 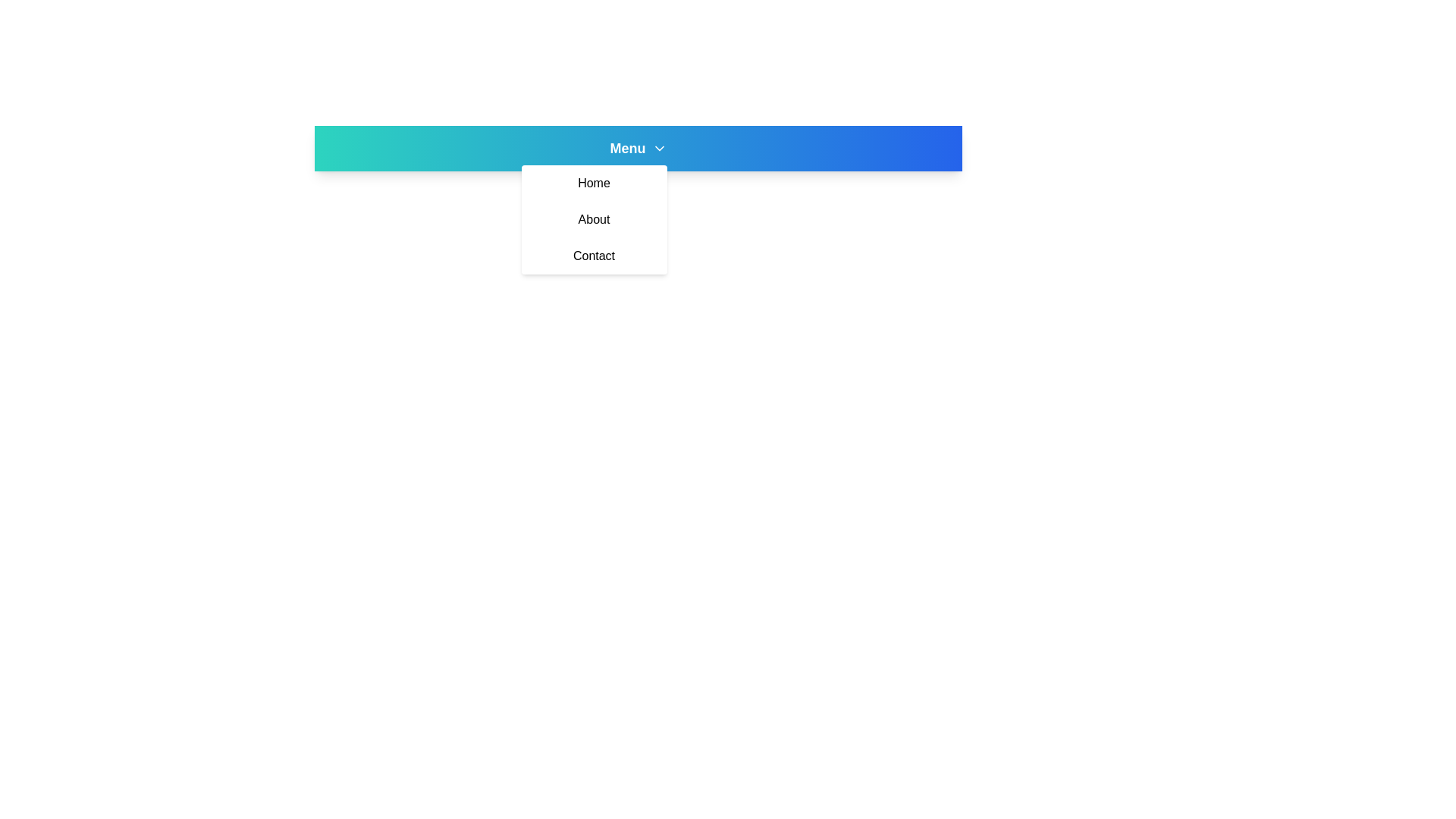 What do you see at coordinates (593, 183) in the screenshot?
I see `the menu item Home` at bounding box center [593, 183].